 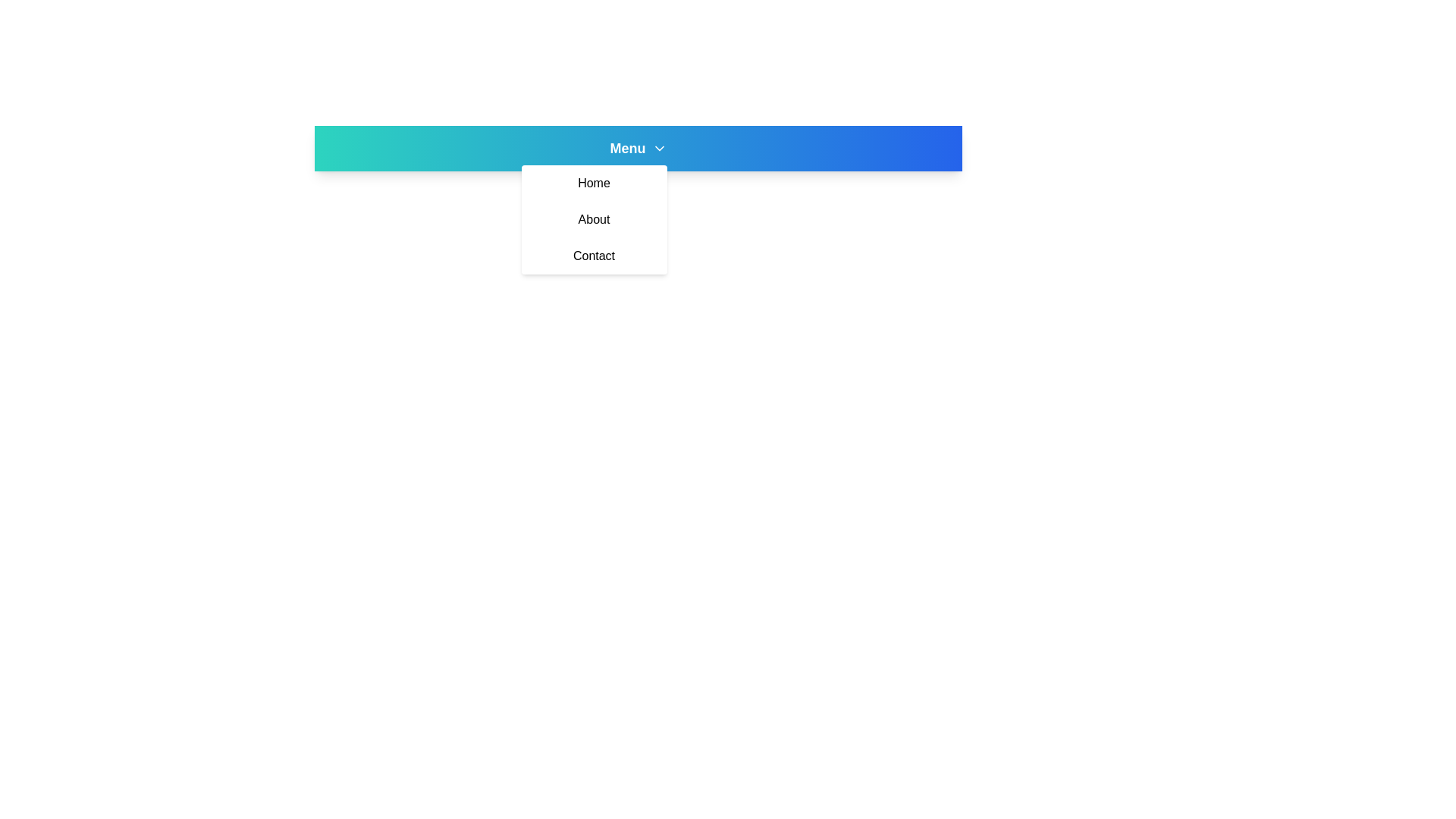 What do you see at coordinates (593, 183) in the screenshot?
I see `the menu item Home` at bounding box center [593, 183].